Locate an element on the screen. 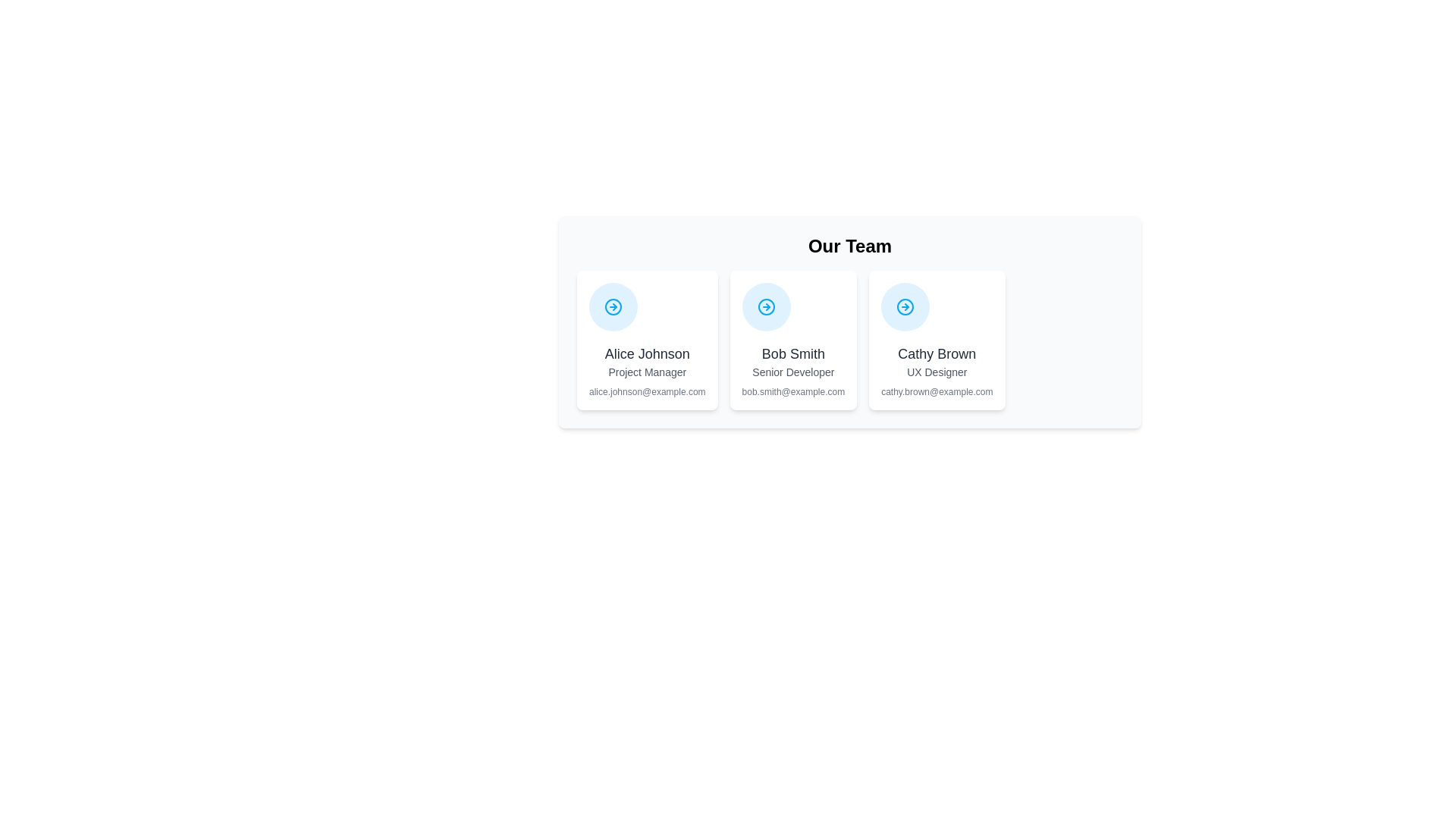 This screenshot has width=1456, height=819. the rightward-pointing arrow icon encased within a circle, which is located in the profile card for 'Bob Smith' in the 'Our Team' section is located at coordinates (766, 307).